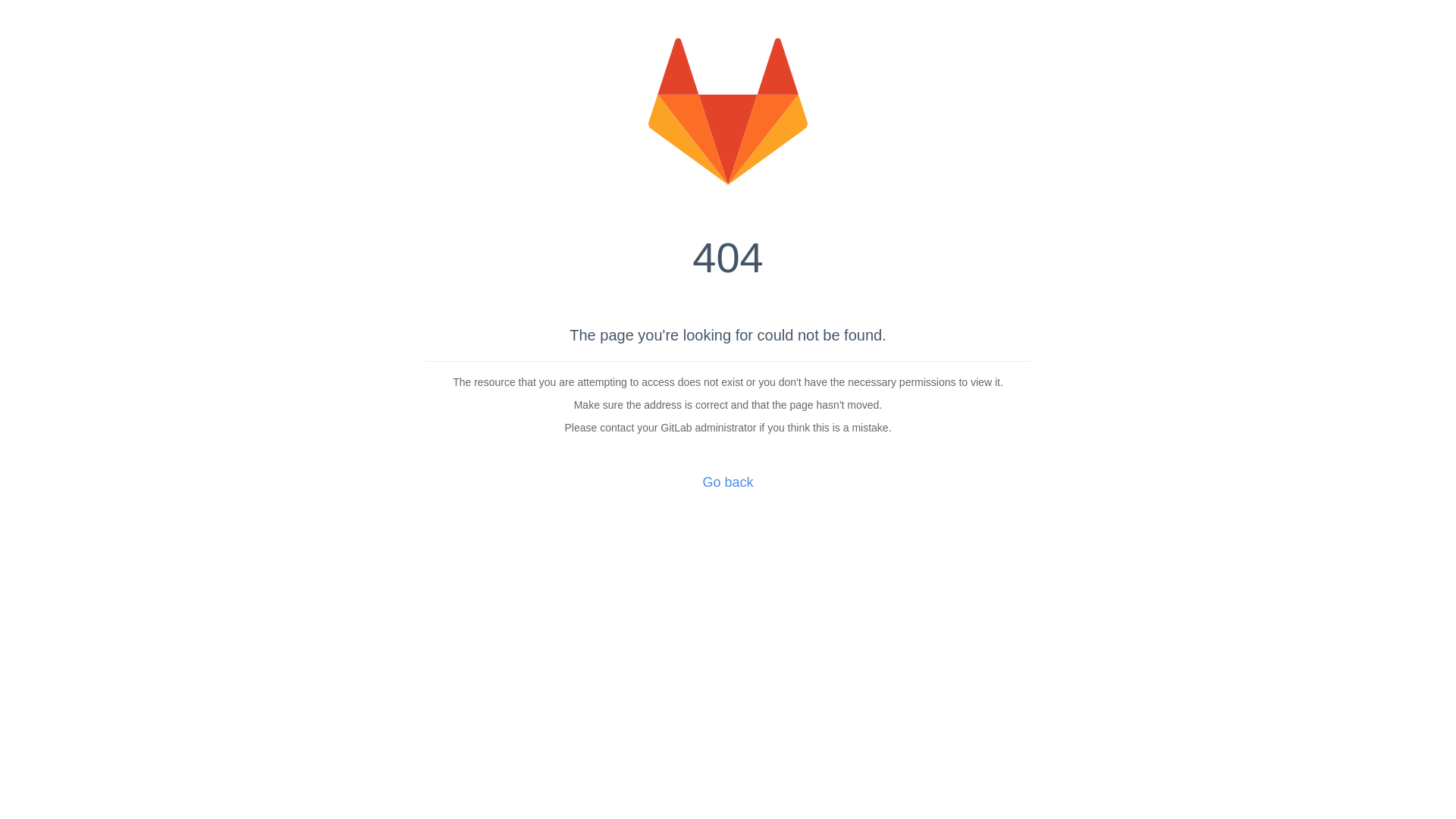  Describe the element at coordinates (701, 482) in the screenshot. I see `'Go back'` at that location.